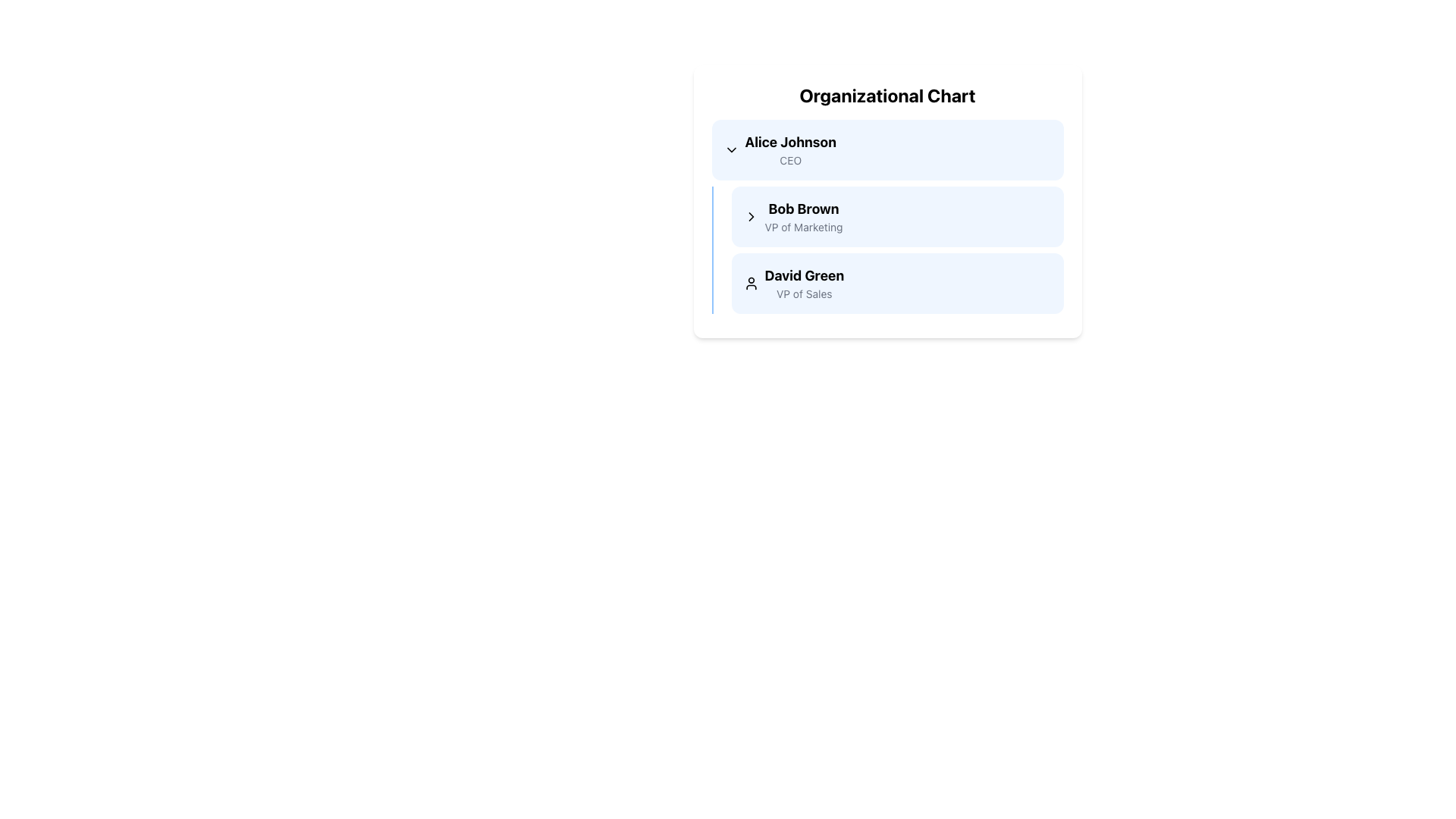 Image resolution: width=1456 pixels, height=819 pixels. What do you see at coordinates (897, 284) in the screenshot?
I see `the name 'David Green' in the Information Display Block` at bounding box center [897, 284].